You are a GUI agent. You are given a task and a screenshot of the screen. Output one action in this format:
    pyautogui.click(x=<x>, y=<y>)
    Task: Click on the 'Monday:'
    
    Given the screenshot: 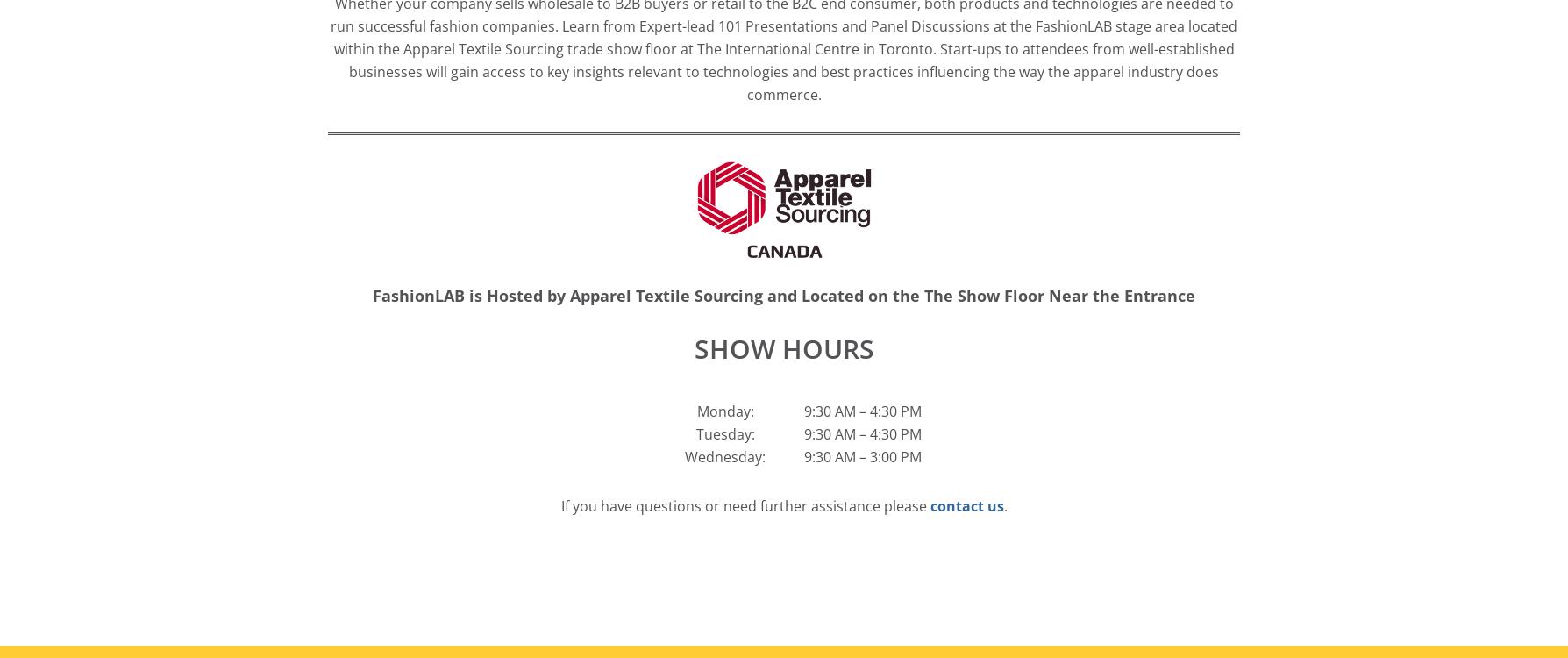 What is the action you would take?
    pyautogui.click(x=695, y=410)
    